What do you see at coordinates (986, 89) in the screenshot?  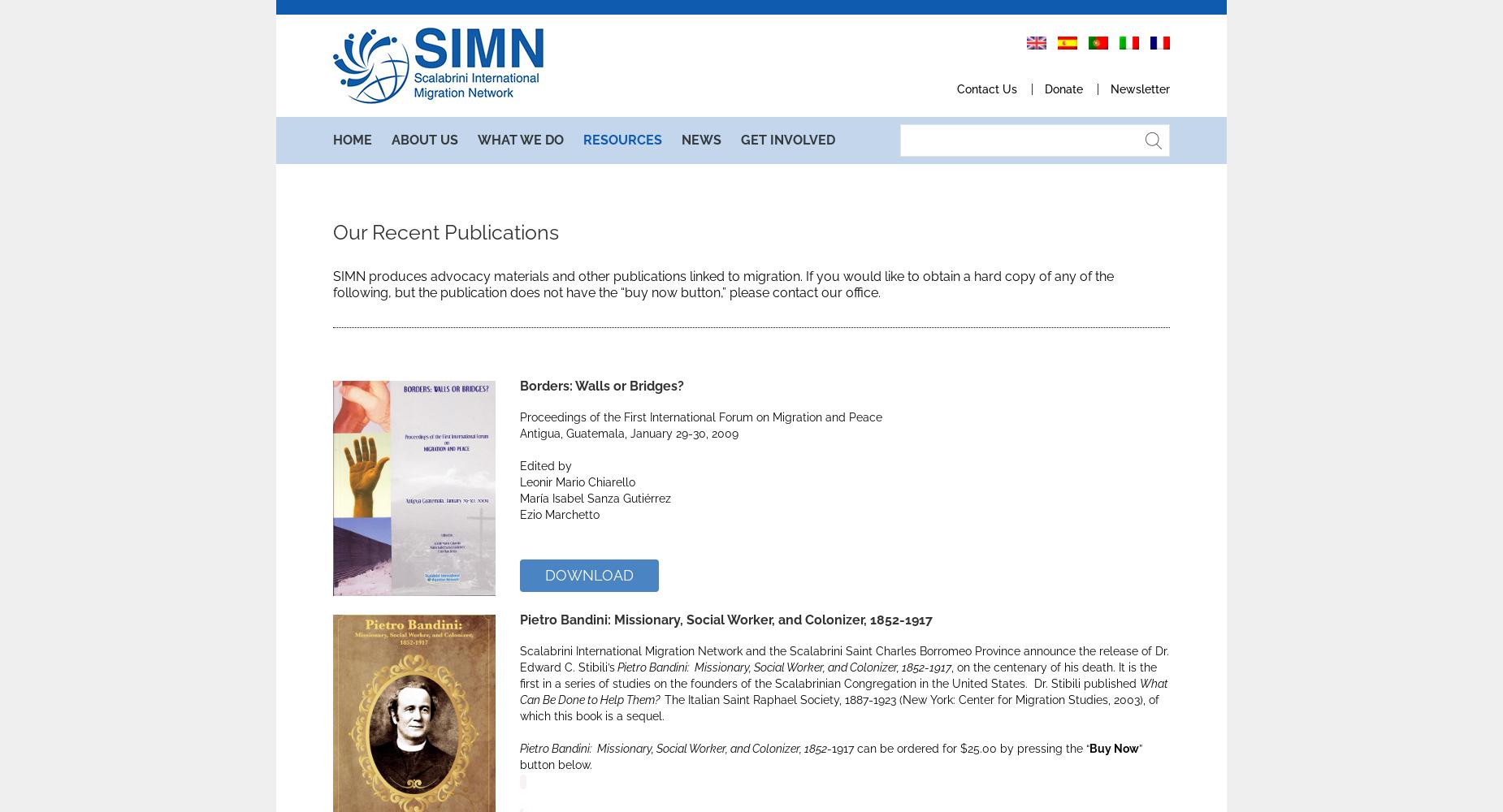 I see `'Contact U'` at bounding box center [986, 89].